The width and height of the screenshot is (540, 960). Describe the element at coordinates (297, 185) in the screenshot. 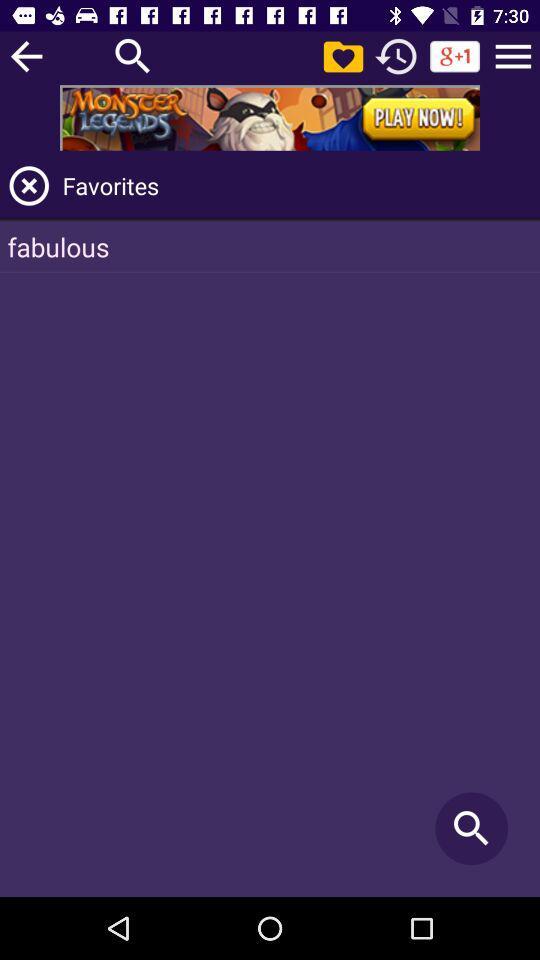

I see `favorites icon` at that location.